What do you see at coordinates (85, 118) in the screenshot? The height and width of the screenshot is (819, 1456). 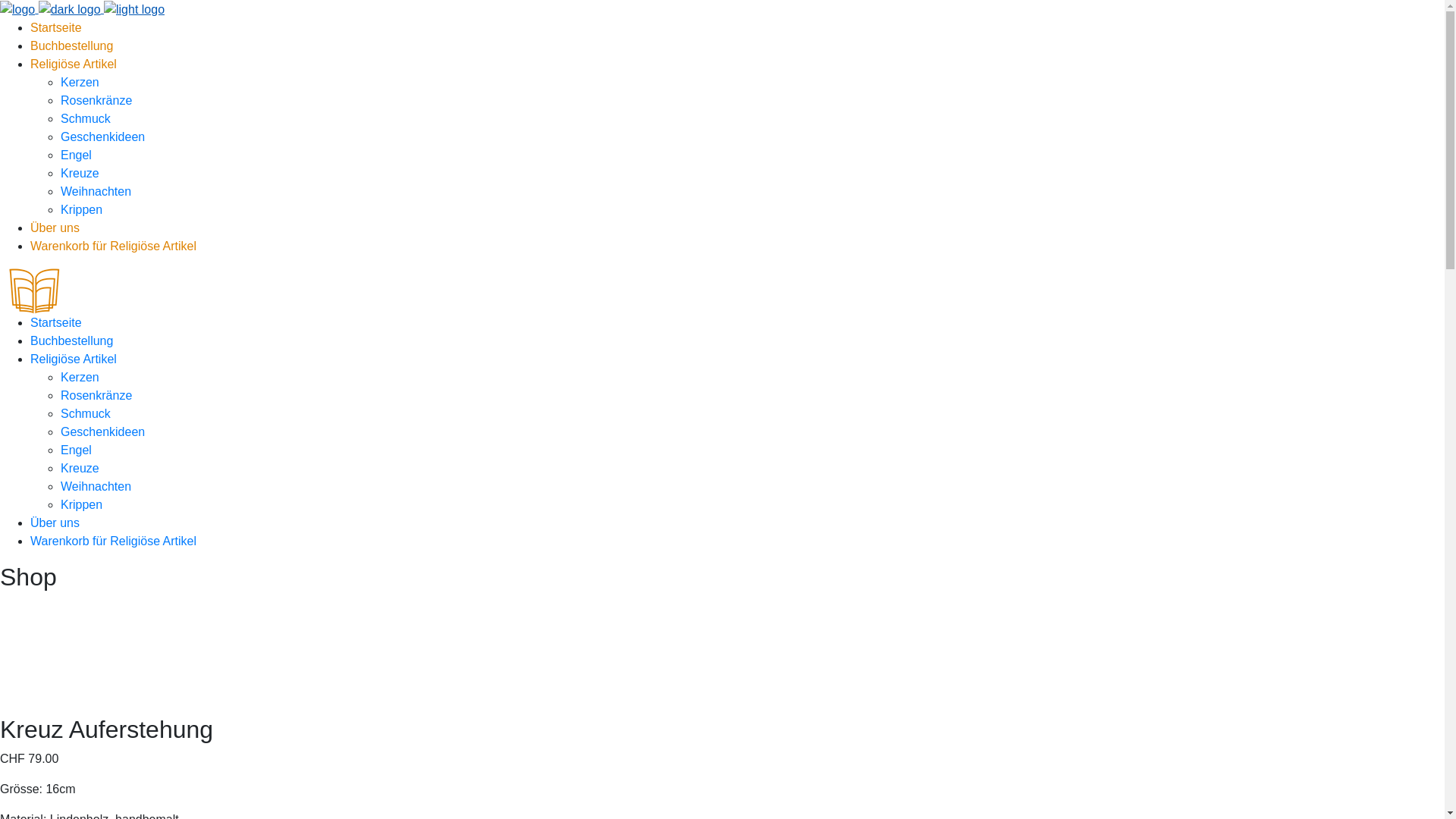 I see `'Schmuck'` at bounding box center [85, 118].